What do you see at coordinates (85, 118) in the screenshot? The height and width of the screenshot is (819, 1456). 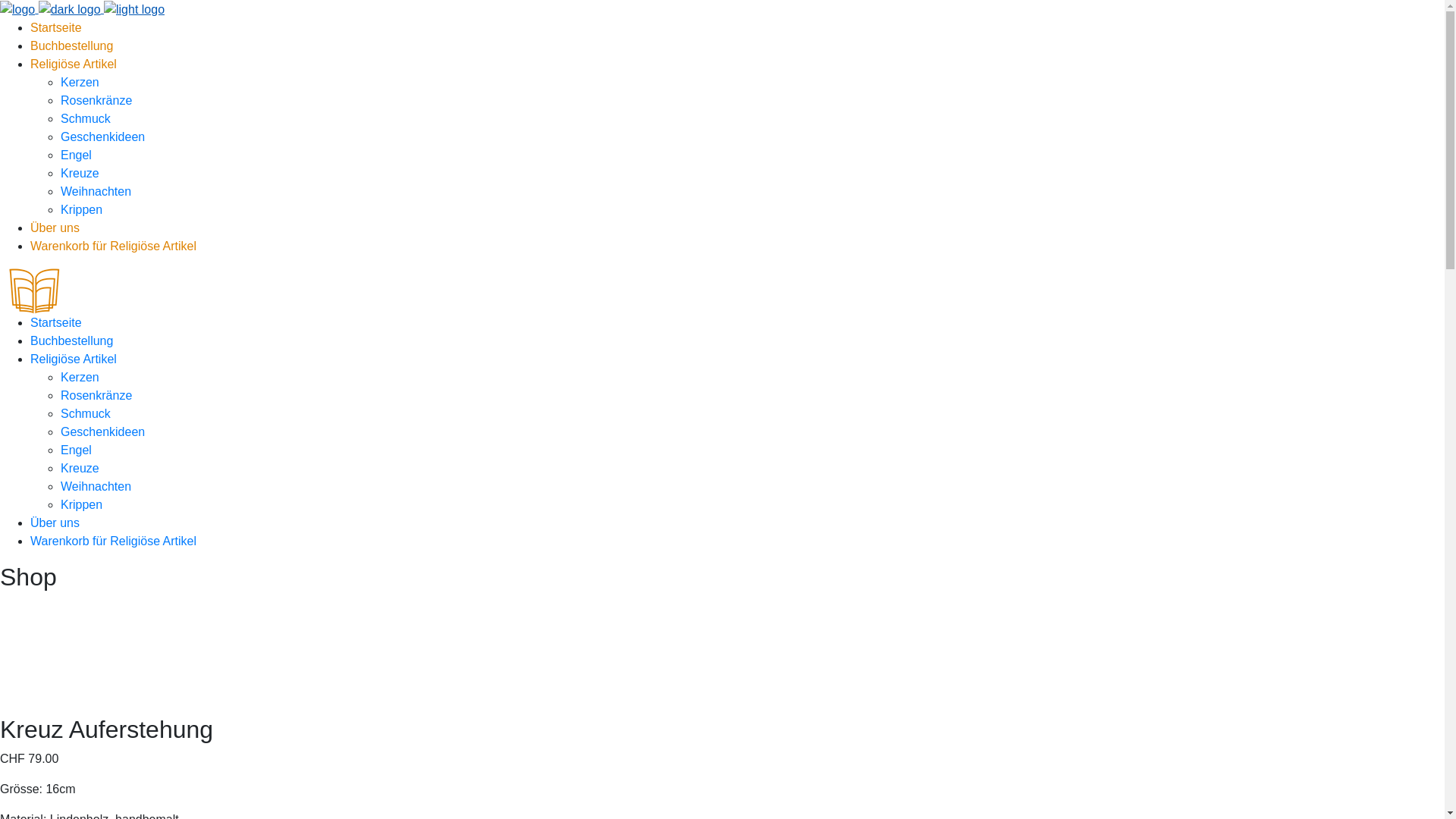 I see `'Schmuck'` at bounding box center [85, 118].